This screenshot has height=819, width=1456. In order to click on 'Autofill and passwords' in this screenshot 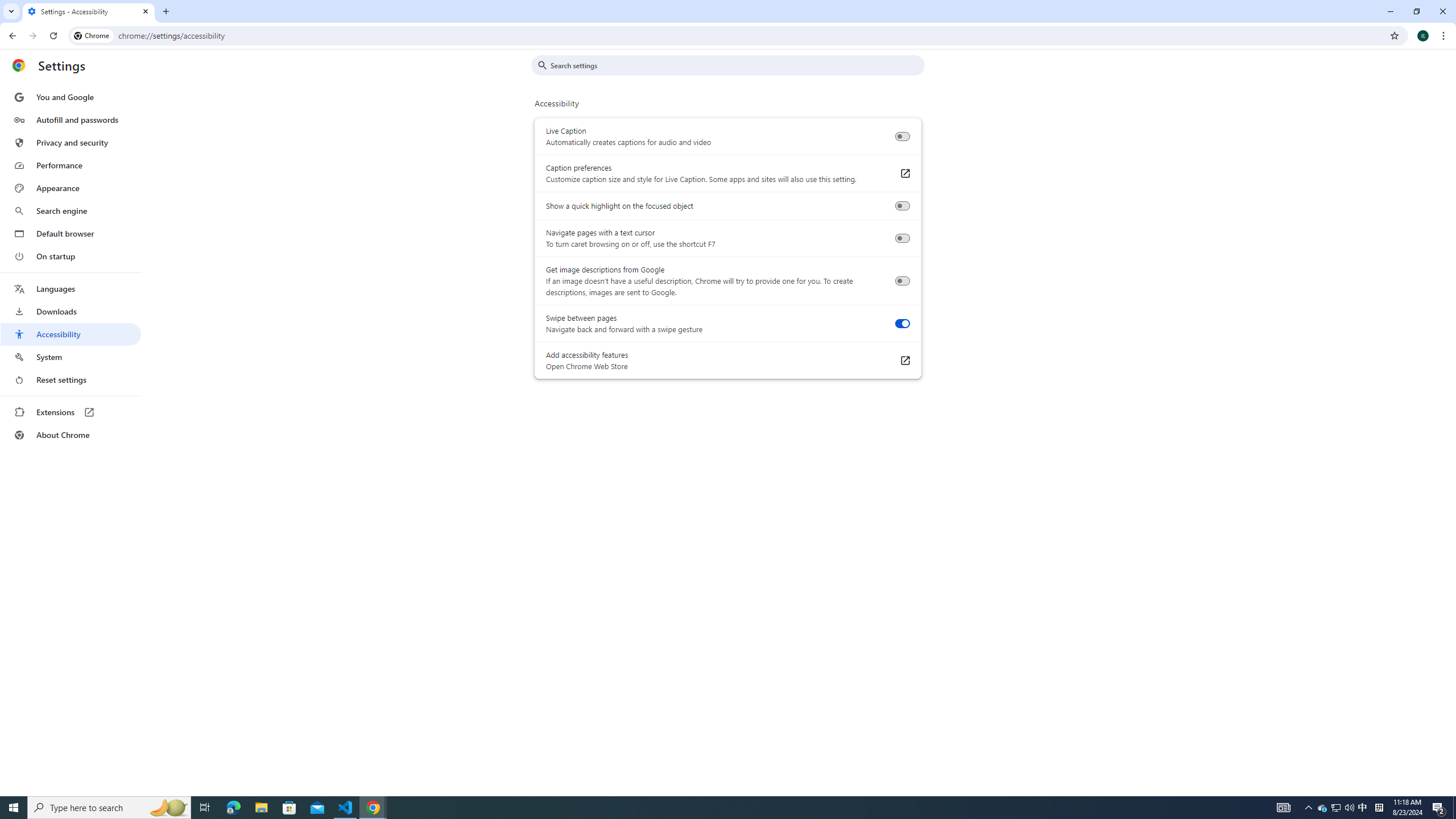, I will do `click(70, 119)`.